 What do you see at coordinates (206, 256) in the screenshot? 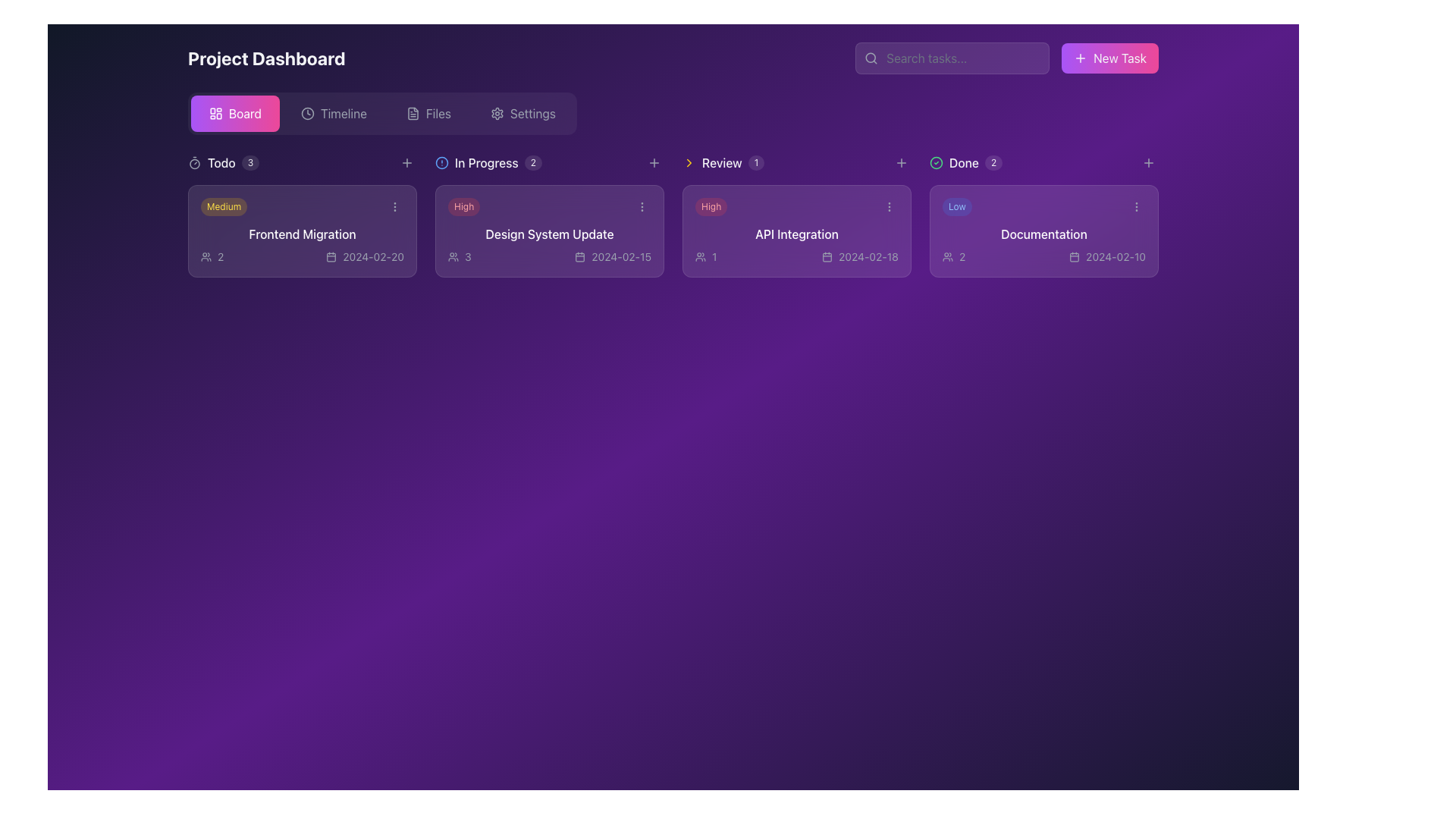
I see `the user group icon located within the 'Frontend Migration' task card in the 'Todo' column of the dashboard, situated to the left of the text '2'` at bounding box center [206, 256].